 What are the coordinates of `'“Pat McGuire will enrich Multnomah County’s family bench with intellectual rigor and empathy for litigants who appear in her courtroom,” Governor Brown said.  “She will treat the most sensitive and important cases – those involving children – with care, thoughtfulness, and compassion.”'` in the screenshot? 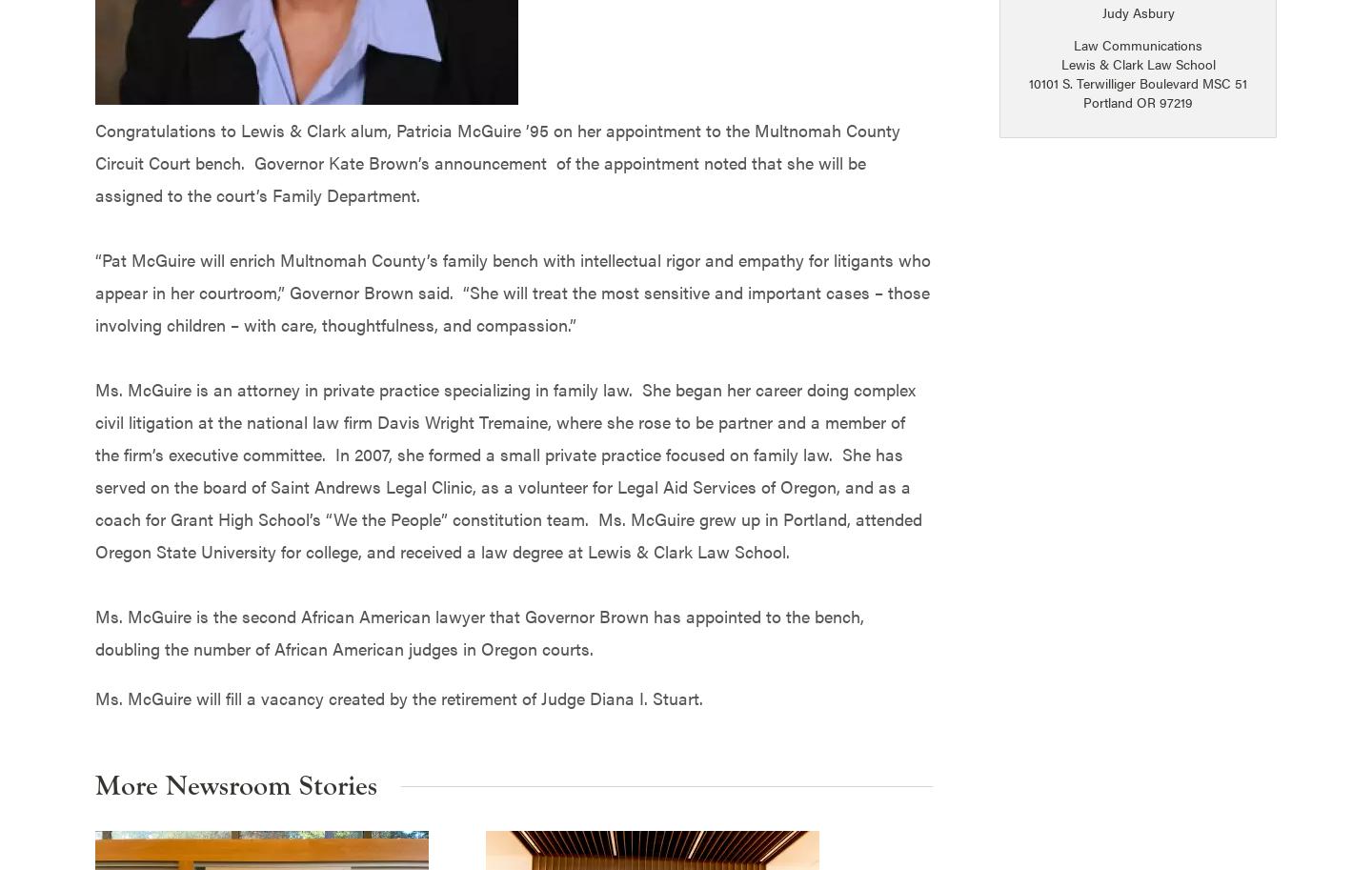 It's located at (512, 290).